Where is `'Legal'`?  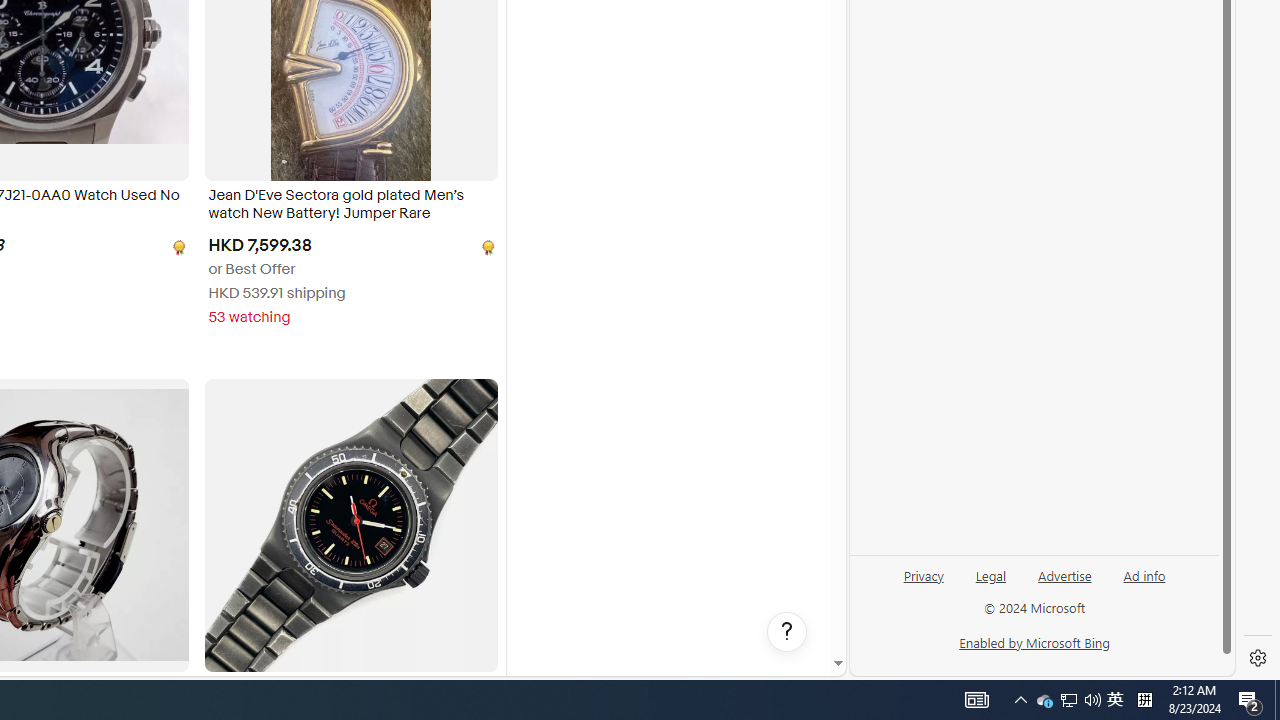
'Legal' is located at coordinates (990, 583).